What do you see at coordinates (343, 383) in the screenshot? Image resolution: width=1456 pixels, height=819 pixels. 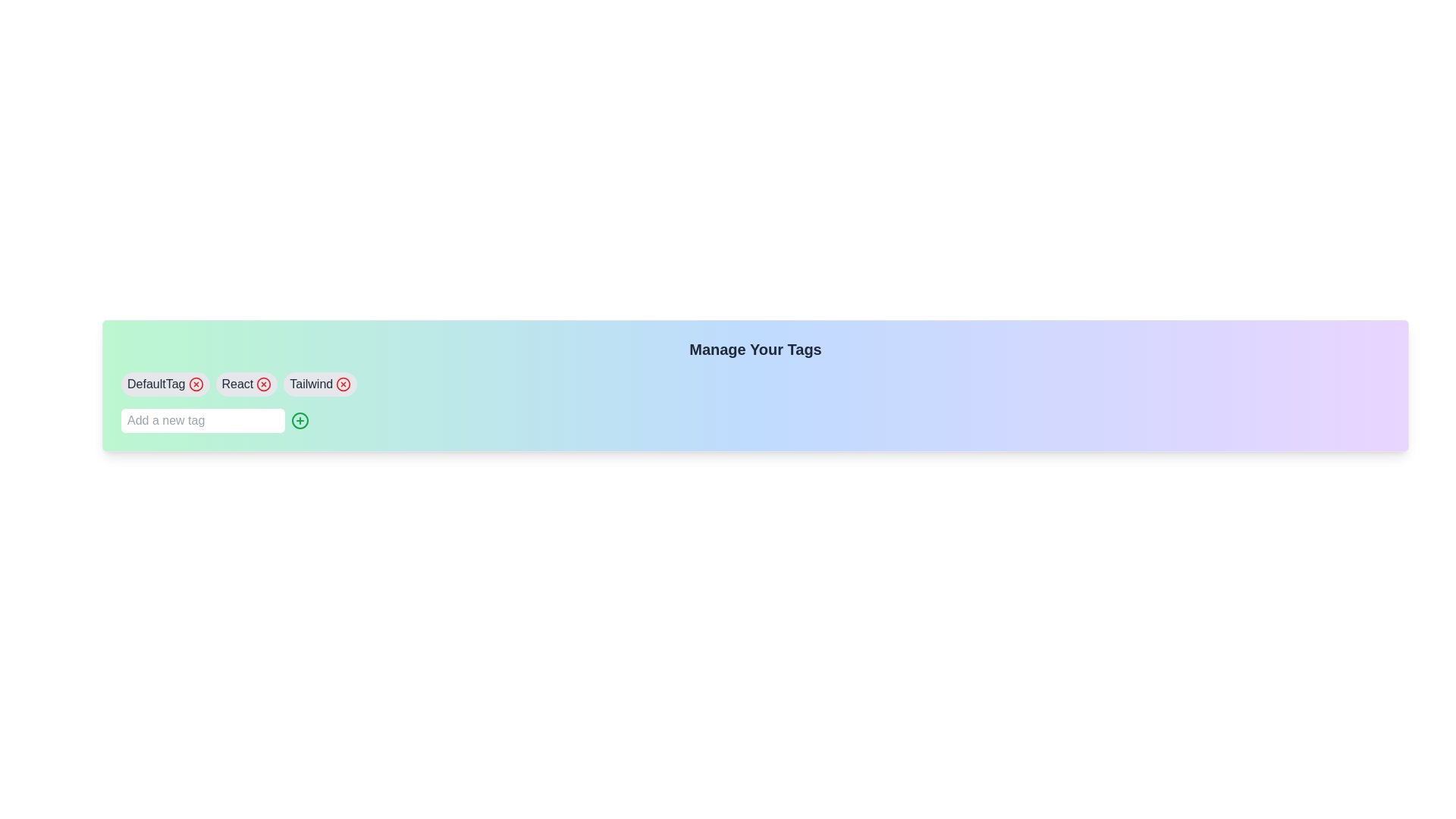 I see `the circular decorative shape within the 'X' tag deletion icon in the 'Tailwind' tags list section` at bounding box center [343, 383].